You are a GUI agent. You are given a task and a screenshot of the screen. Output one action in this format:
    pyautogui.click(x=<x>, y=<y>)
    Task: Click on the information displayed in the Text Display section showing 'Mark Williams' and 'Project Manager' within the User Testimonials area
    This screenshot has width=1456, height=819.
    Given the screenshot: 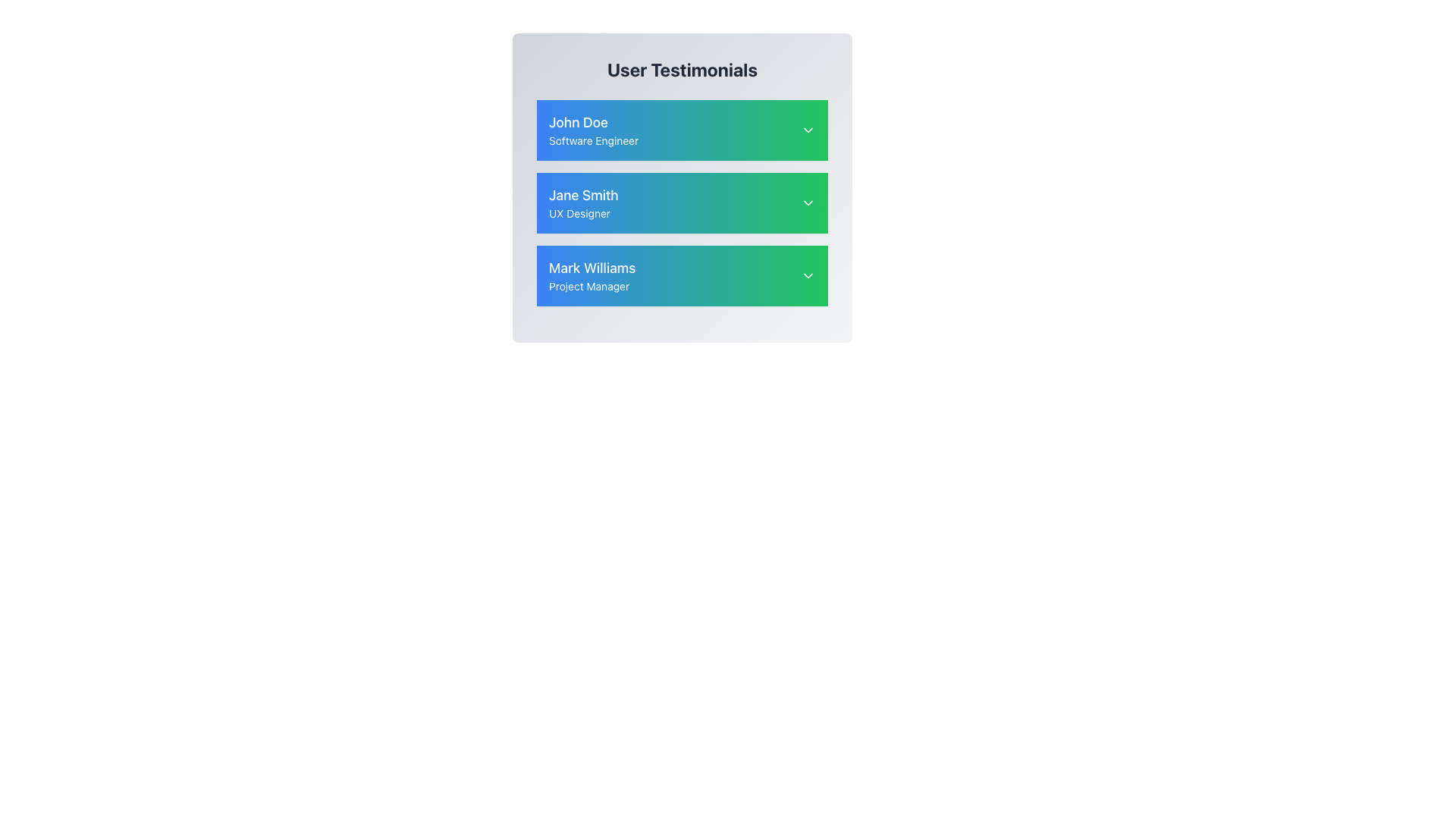 What is the action you would take?
    pyautogui.click(x=591, y=275)
    